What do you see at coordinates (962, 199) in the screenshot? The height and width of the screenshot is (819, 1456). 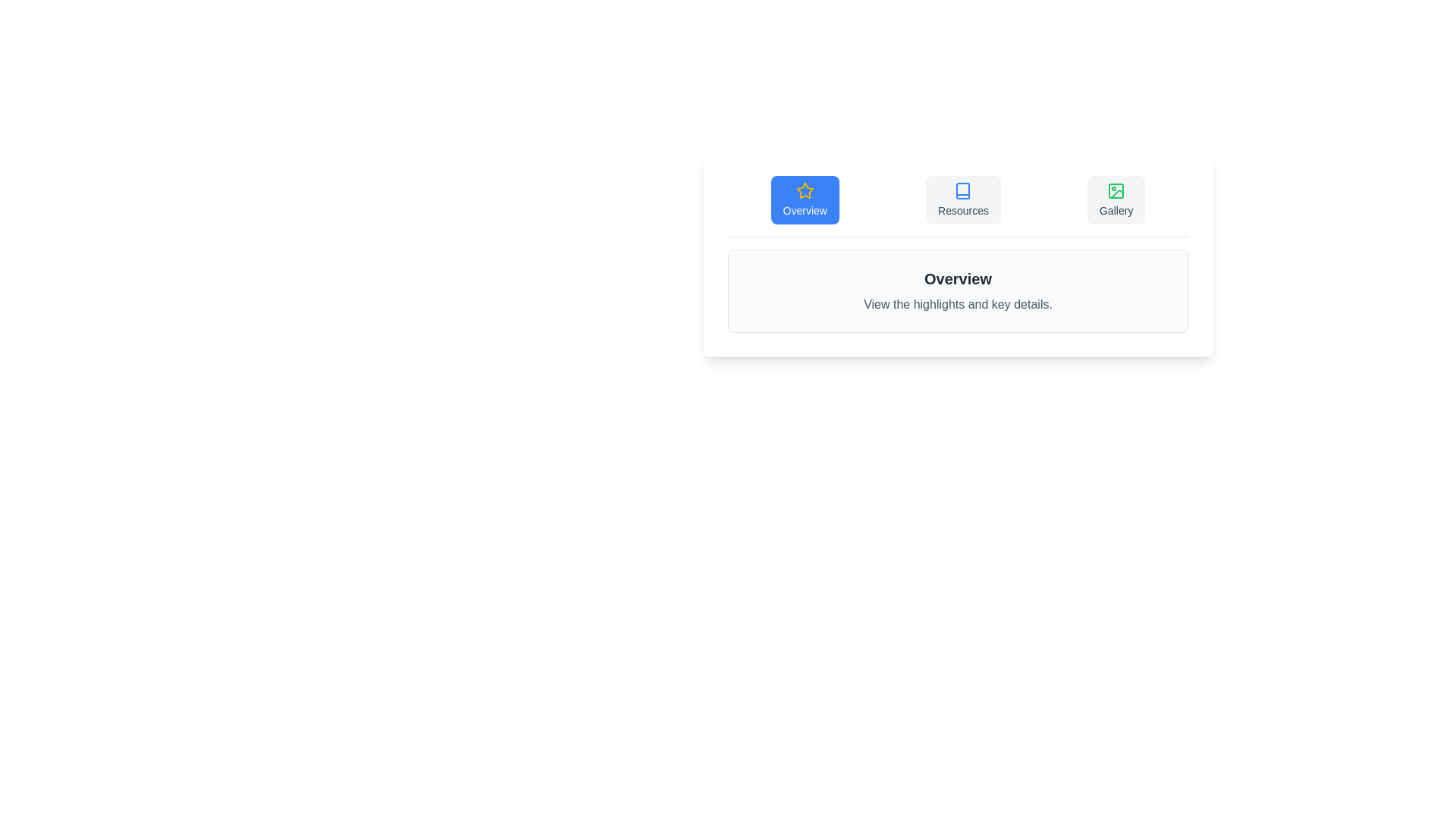 I see `the tab labeled Resources to preview its hover effect` at bounding box center [962, 199].